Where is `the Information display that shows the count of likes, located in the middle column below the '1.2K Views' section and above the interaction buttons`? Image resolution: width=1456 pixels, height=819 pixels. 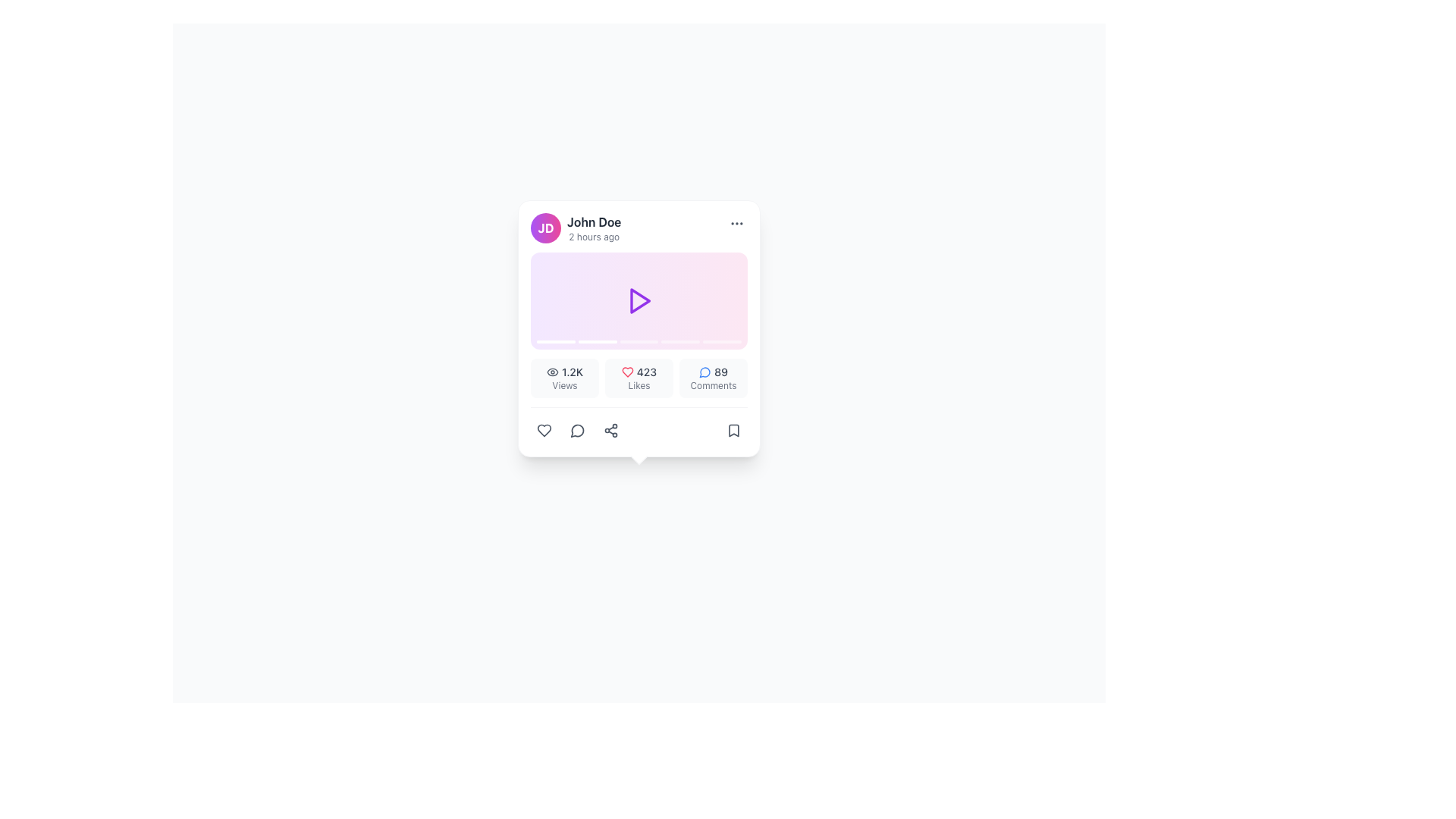
the Information display that shows the count of likes, located in the middle column below the '1.2K Views' section and above the interaction buttons is located at coordinates (639, 377).